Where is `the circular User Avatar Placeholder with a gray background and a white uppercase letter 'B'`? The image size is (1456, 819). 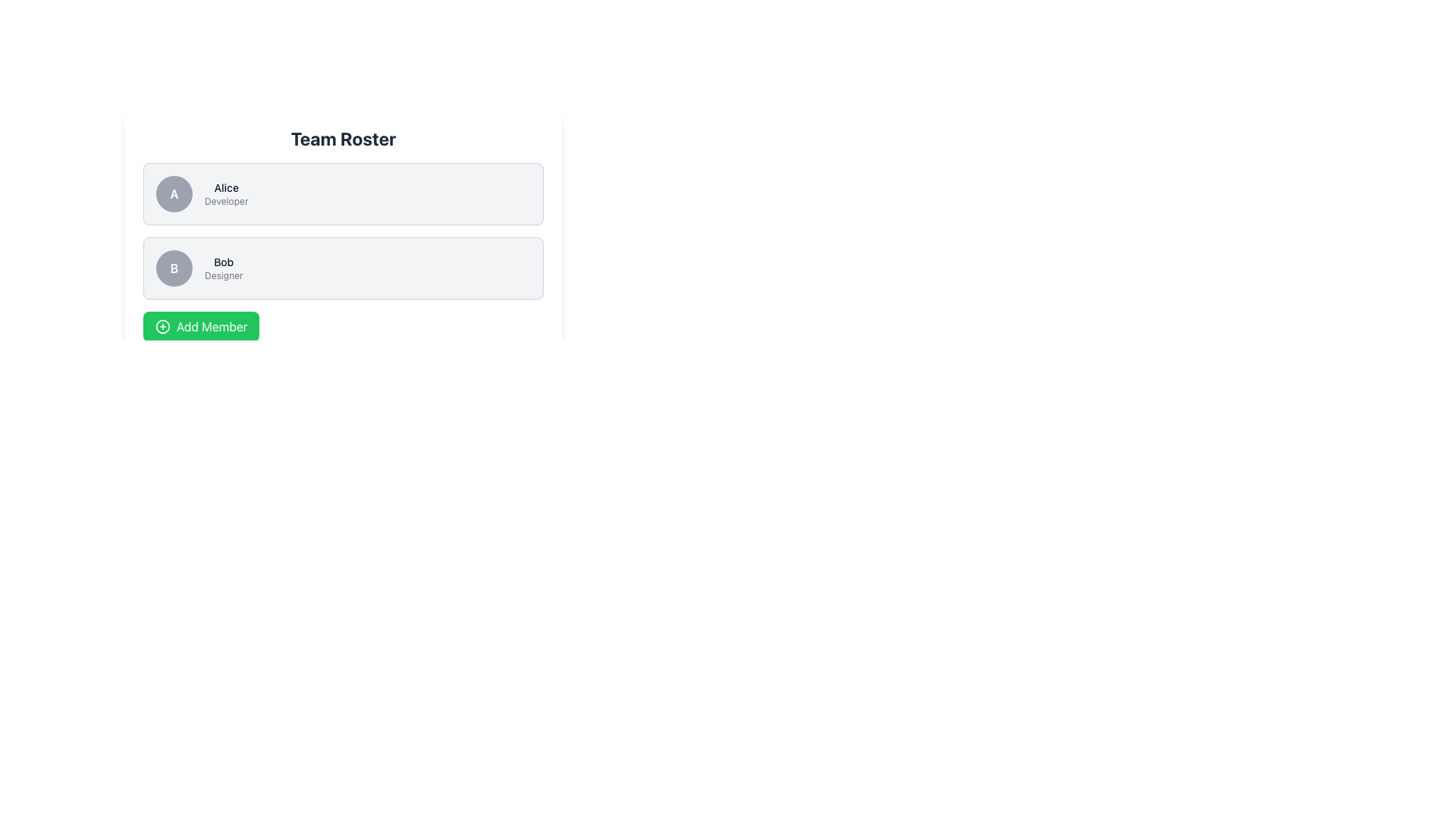
the circular User Avatar Placeholder with a gray background and a white uppercase letter 'B' is located at coordinates (174, 268).